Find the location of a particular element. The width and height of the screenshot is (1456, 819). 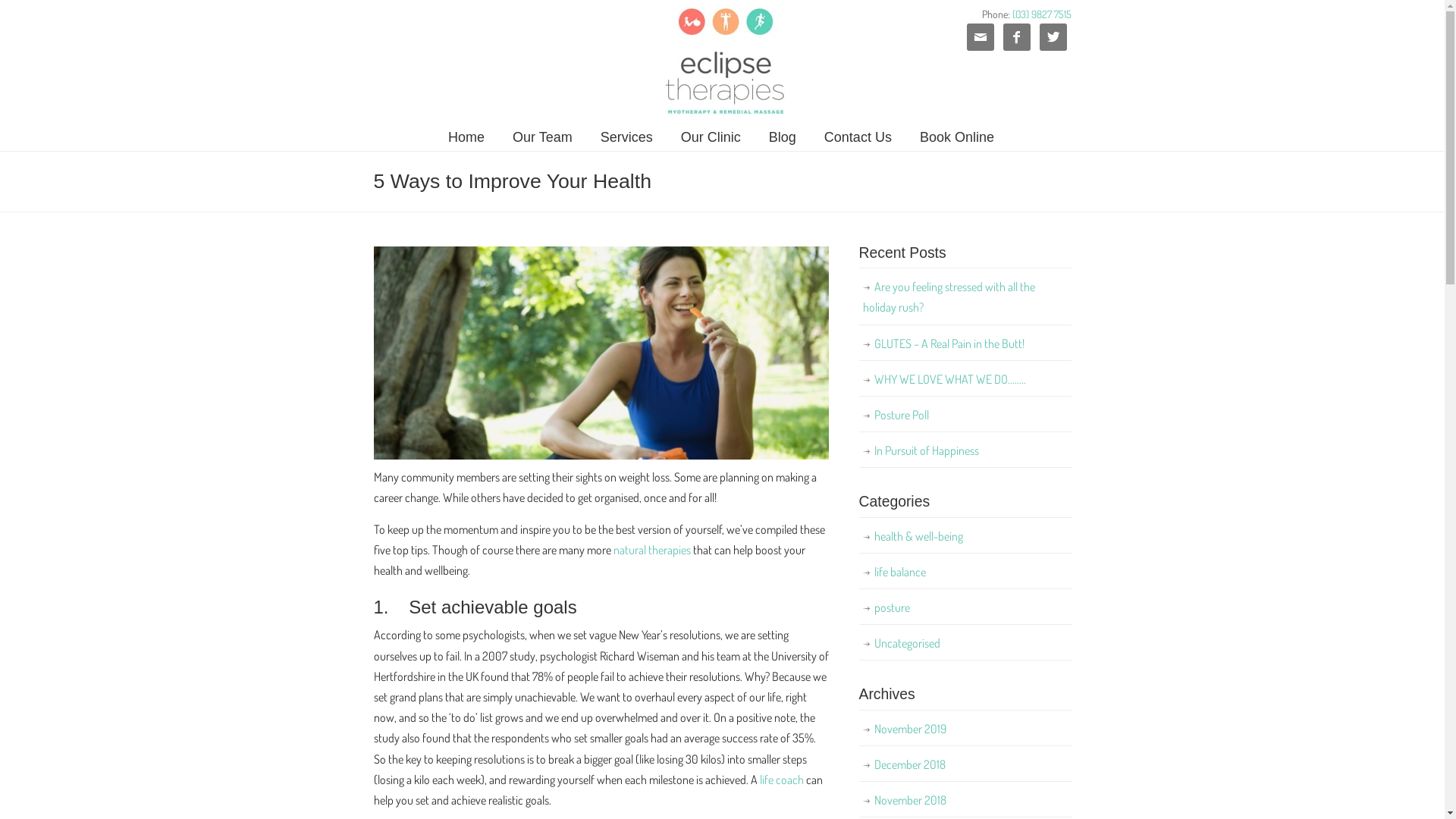

'Our Clinic' is located at coordinates (666, 137).